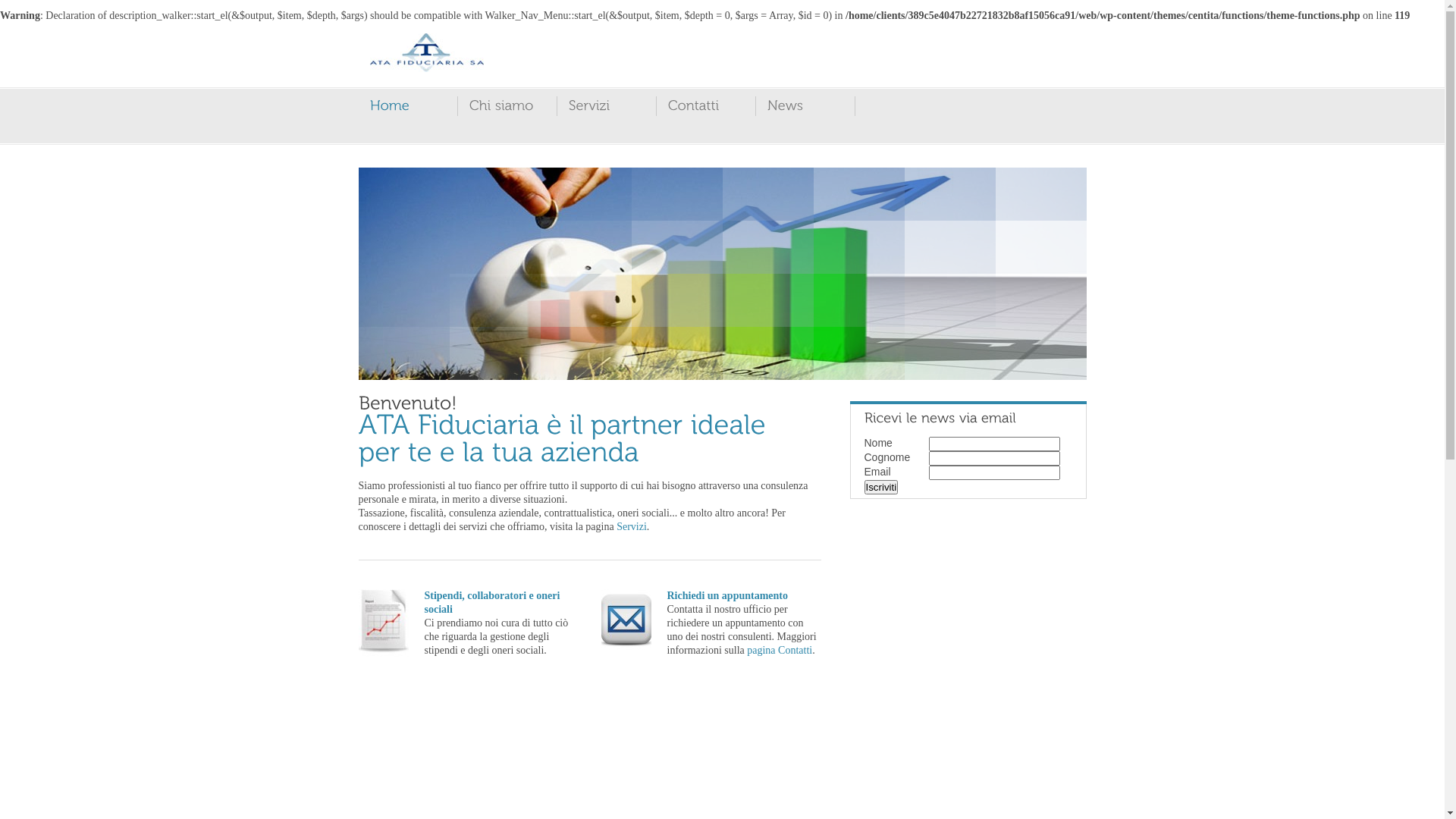 This screenshot has width=1456, height=819. I want to click on 'Iscriviti', so click(881, 487).